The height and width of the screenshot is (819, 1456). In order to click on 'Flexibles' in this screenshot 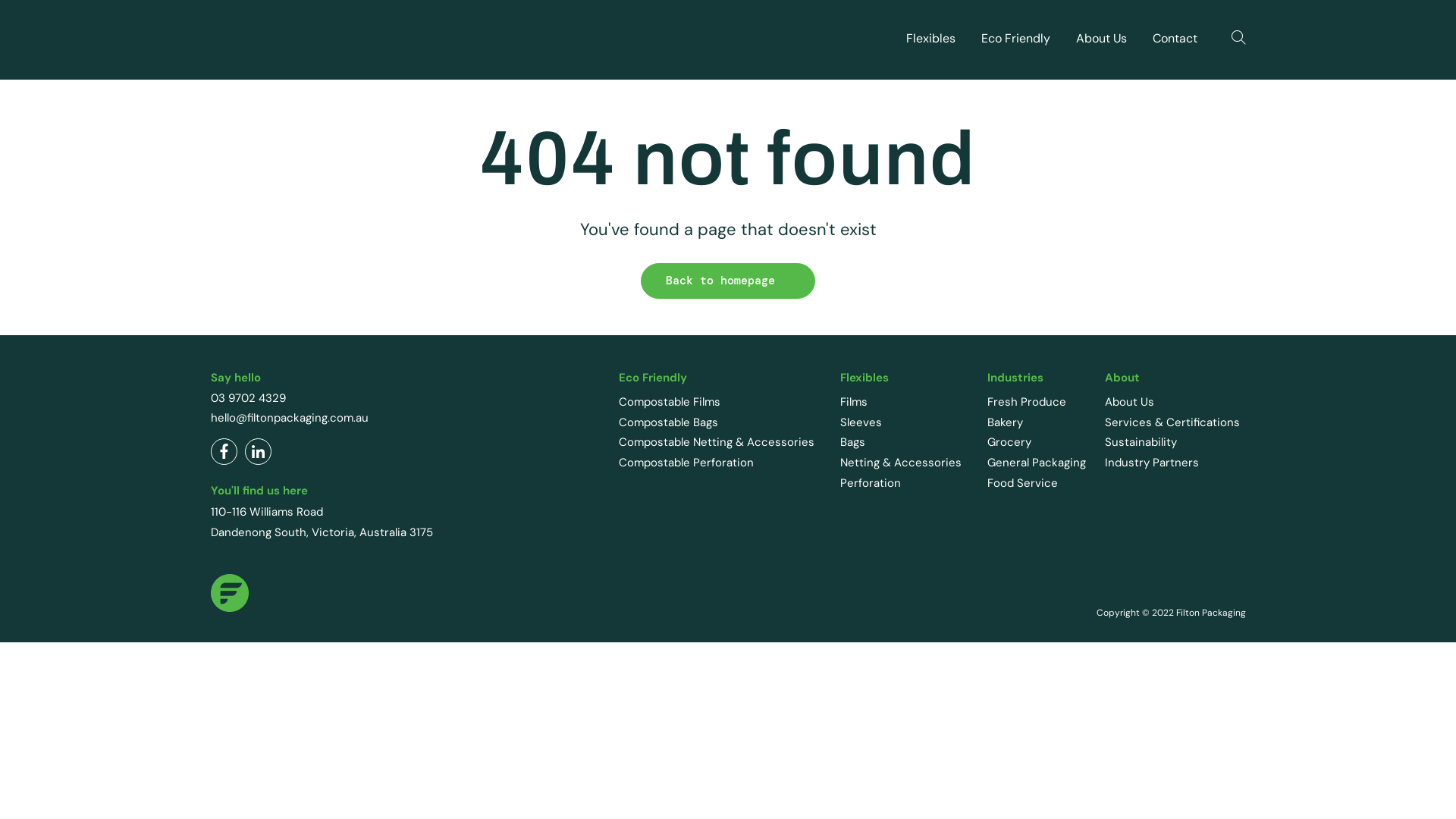, I will do `click(905, 37)`.